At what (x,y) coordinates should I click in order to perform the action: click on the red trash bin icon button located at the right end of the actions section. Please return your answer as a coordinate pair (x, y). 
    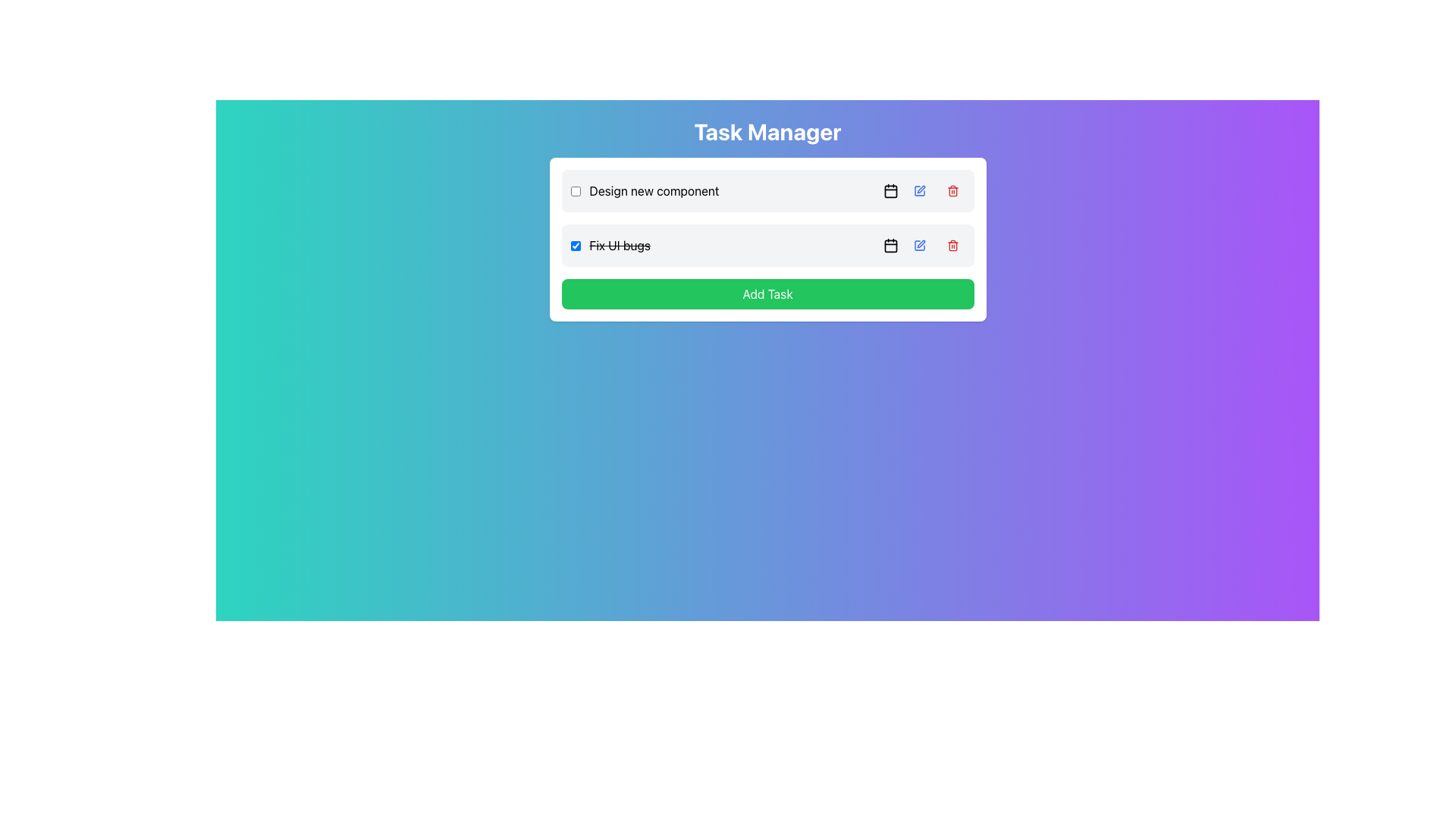
    Looking at the image, I should click on (952, 245).